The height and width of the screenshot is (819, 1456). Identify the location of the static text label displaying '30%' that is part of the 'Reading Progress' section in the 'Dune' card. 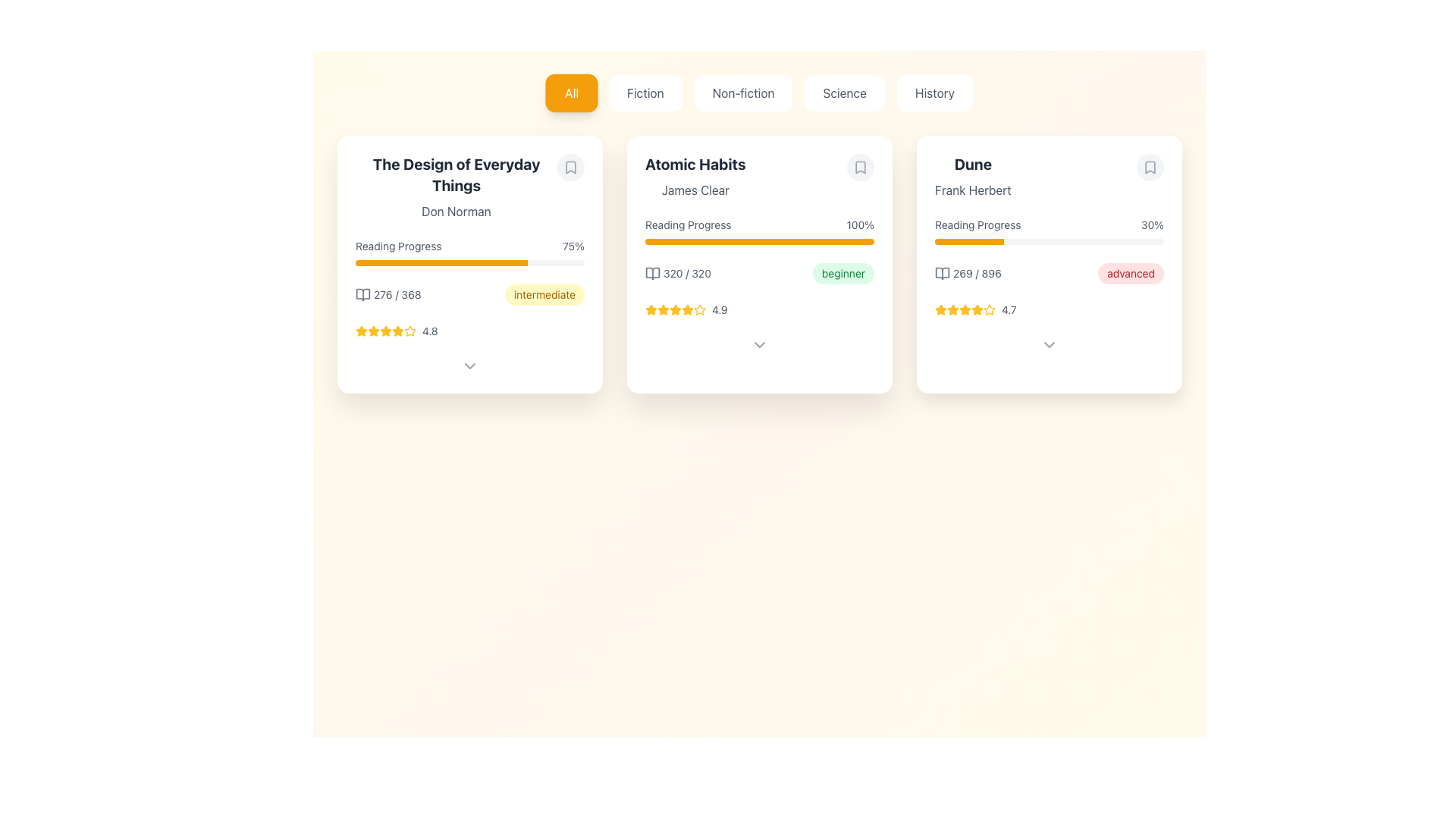
(1152, 225).